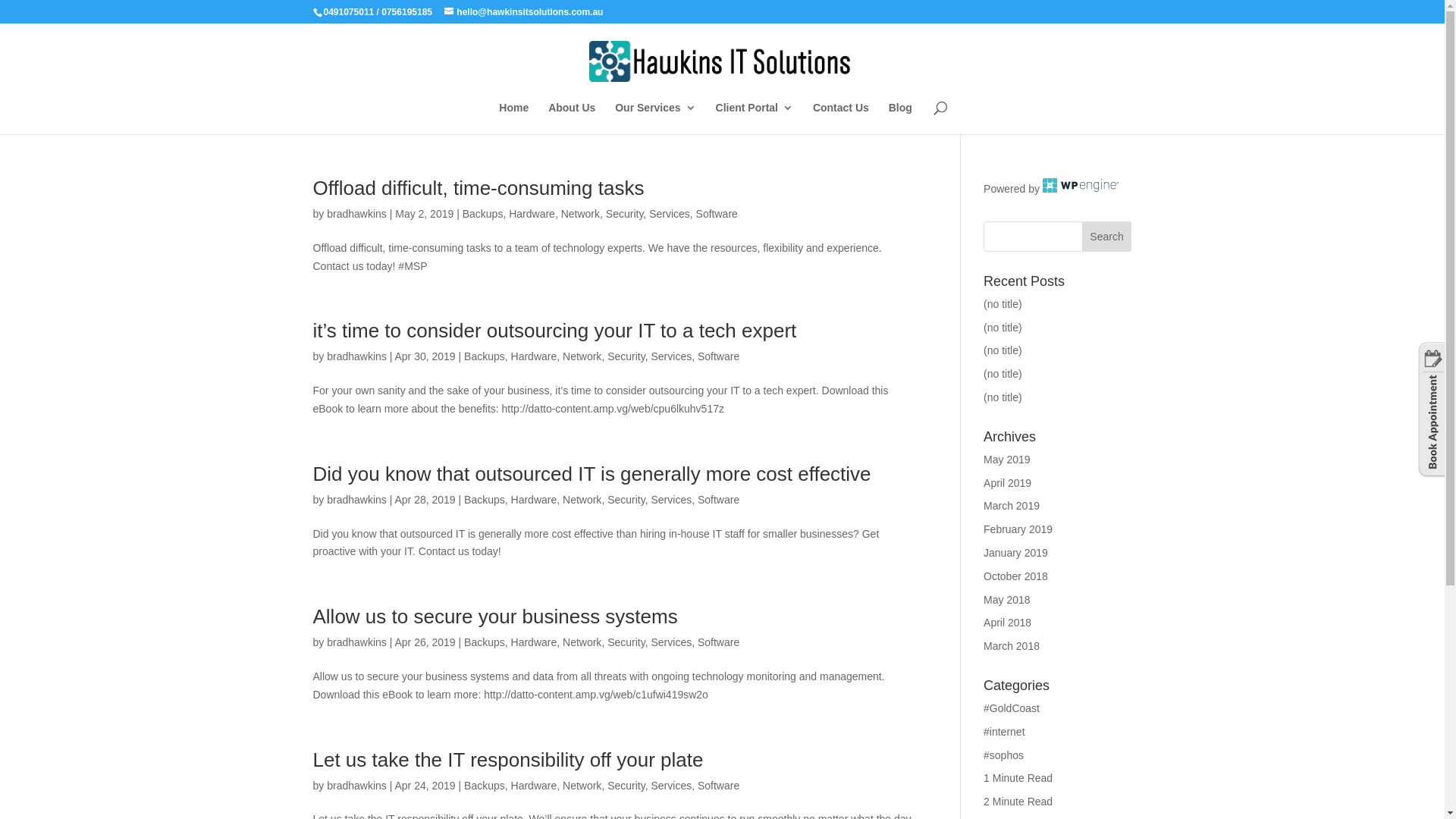 The height and width of the screenshot is (819, 1456). What do you see at coordinates (477, 187) in the screenshot?
I see `'Offload difficult, time-consuming tasks'` at bounding box center [477, 187].